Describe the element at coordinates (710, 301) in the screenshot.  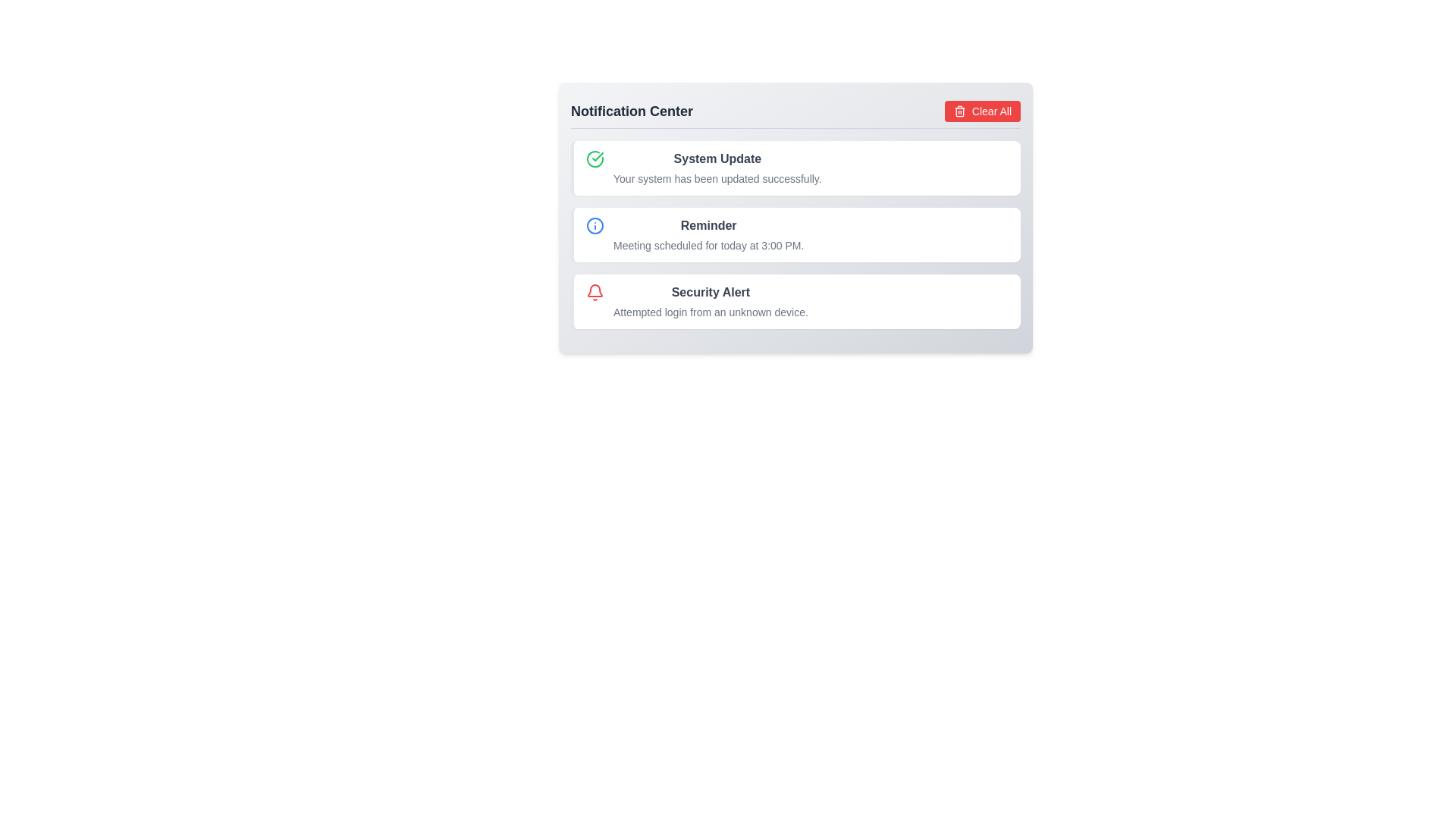
I see `the text-based informational message about a security-related notification located in the third notification box of the notification center interface` at that location.